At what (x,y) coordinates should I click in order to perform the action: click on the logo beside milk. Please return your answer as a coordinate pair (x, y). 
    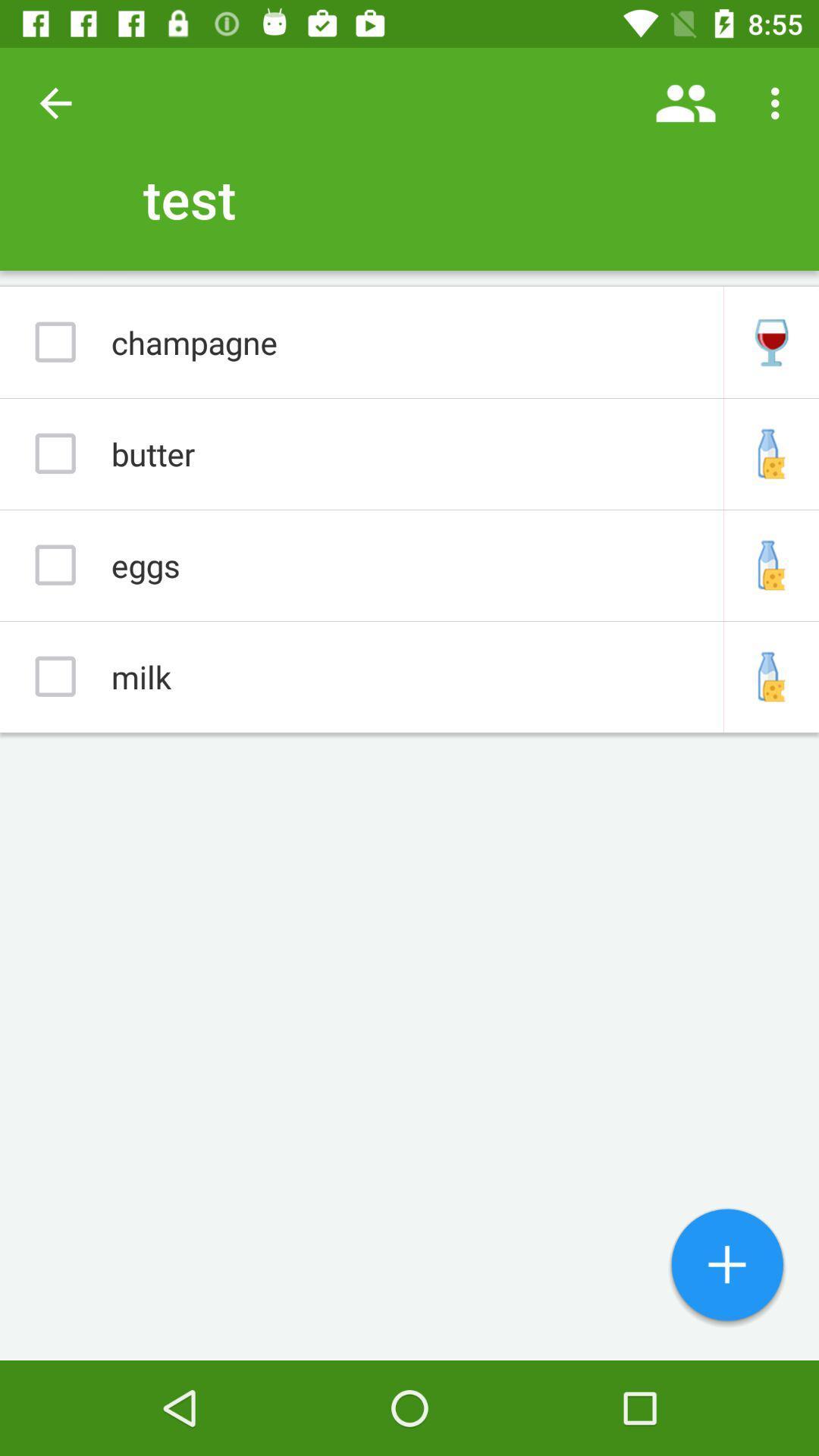
    Looking at the image, I should click on (771, 676).